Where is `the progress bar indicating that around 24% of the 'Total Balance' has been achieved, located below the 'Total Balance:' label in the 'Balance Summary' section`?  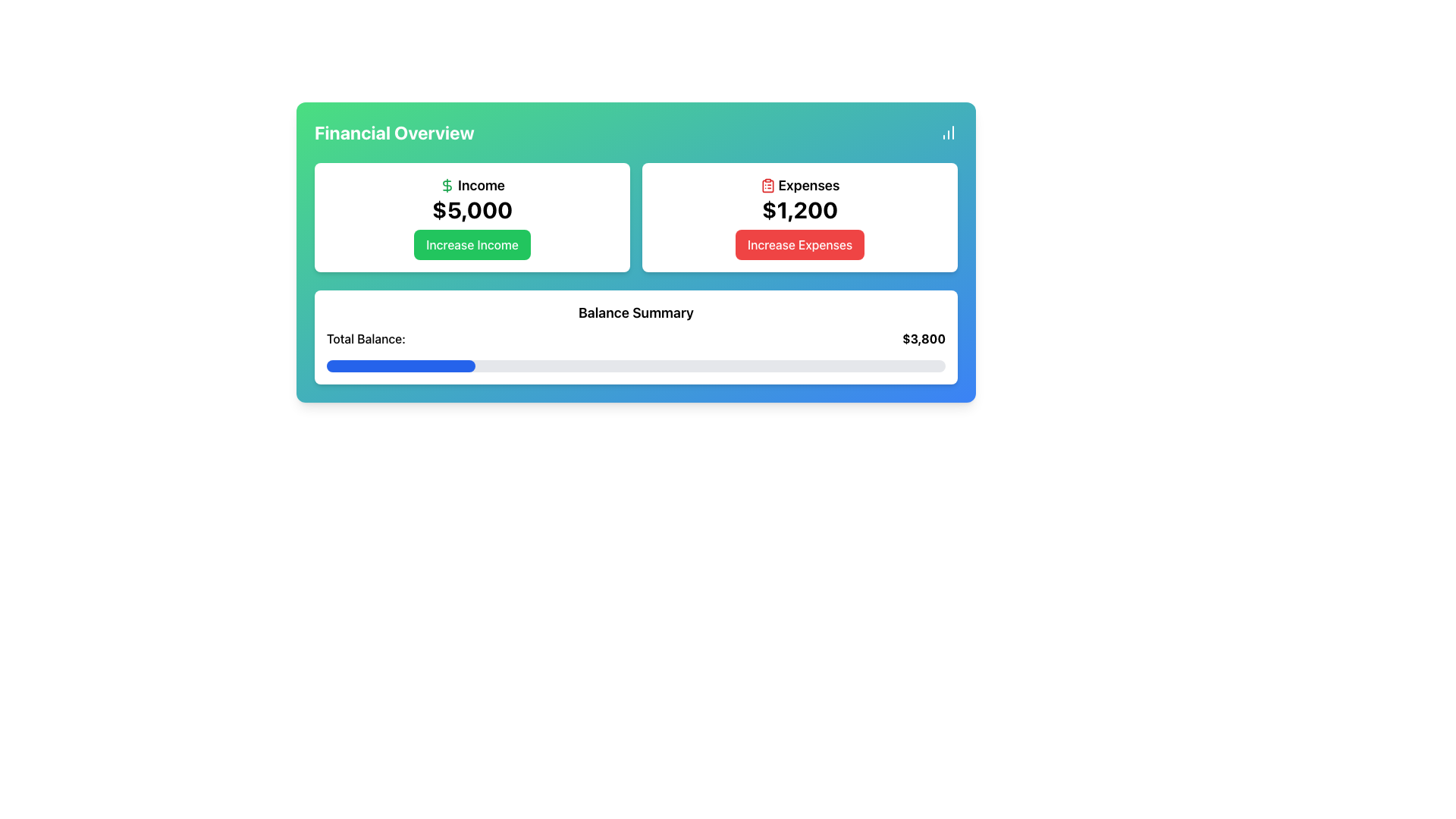 the progress bar indicating that around 24% of the 'Total Balance' has been achieved, located below the 'Total Balance:' label in the 'Balance Summary' section is located at coordinates (636, 366).